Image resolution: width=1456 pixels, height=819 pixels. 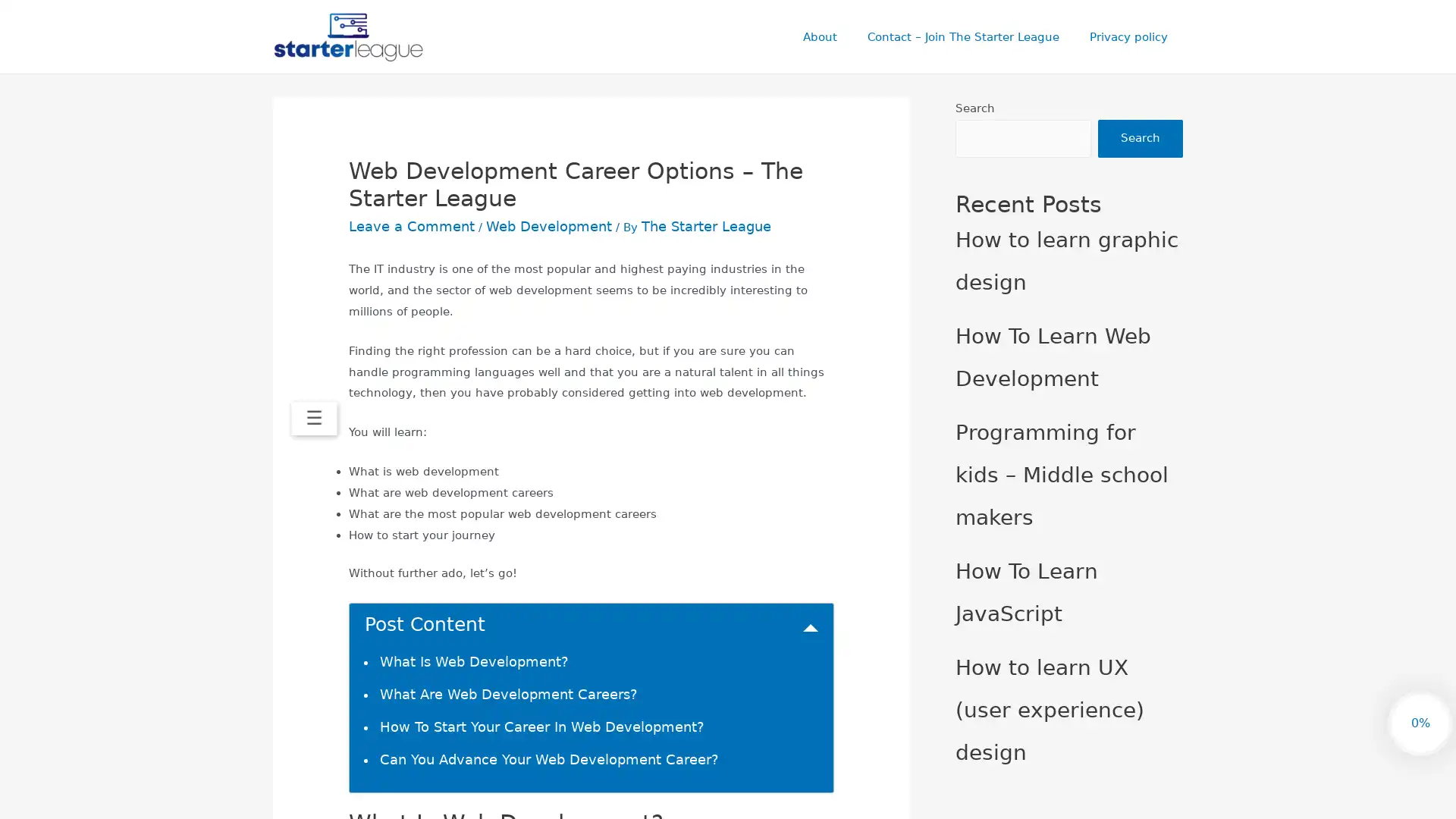 I want to click on Search, so click(x=1140, y=140).